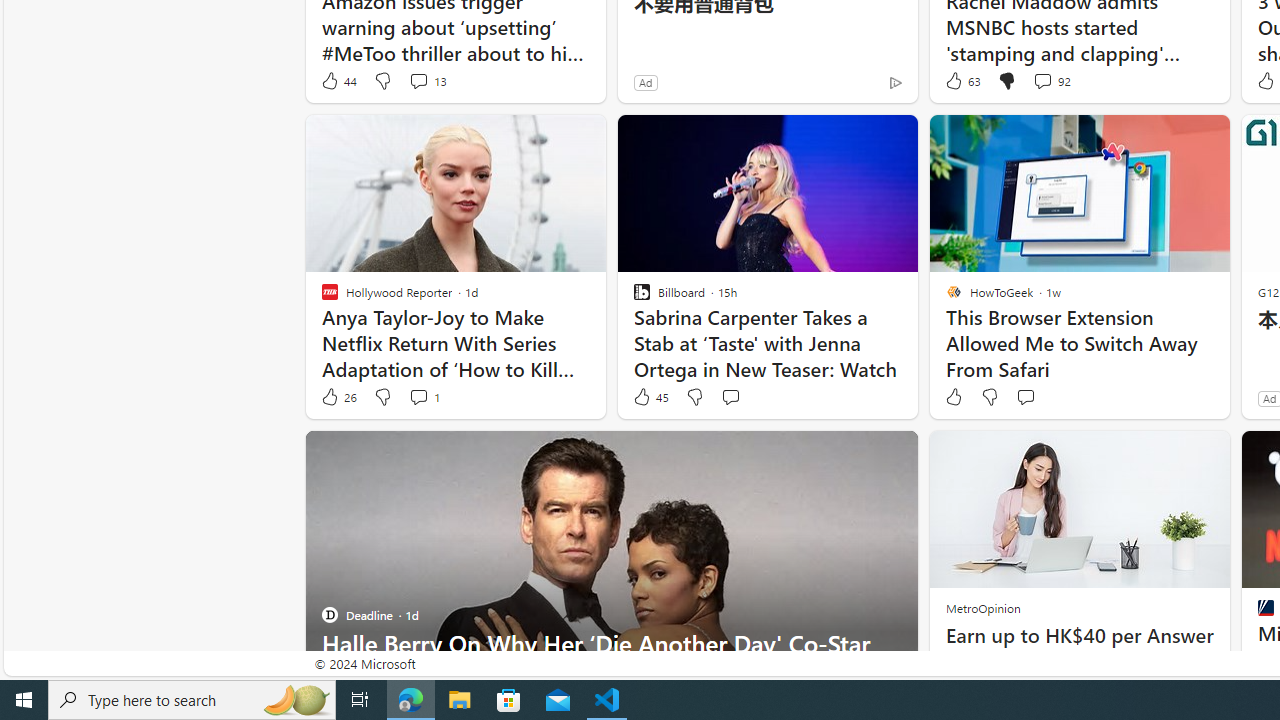 This screenshot has width=1280, height=720. I want to click on '26 Like', so click(337, 397).